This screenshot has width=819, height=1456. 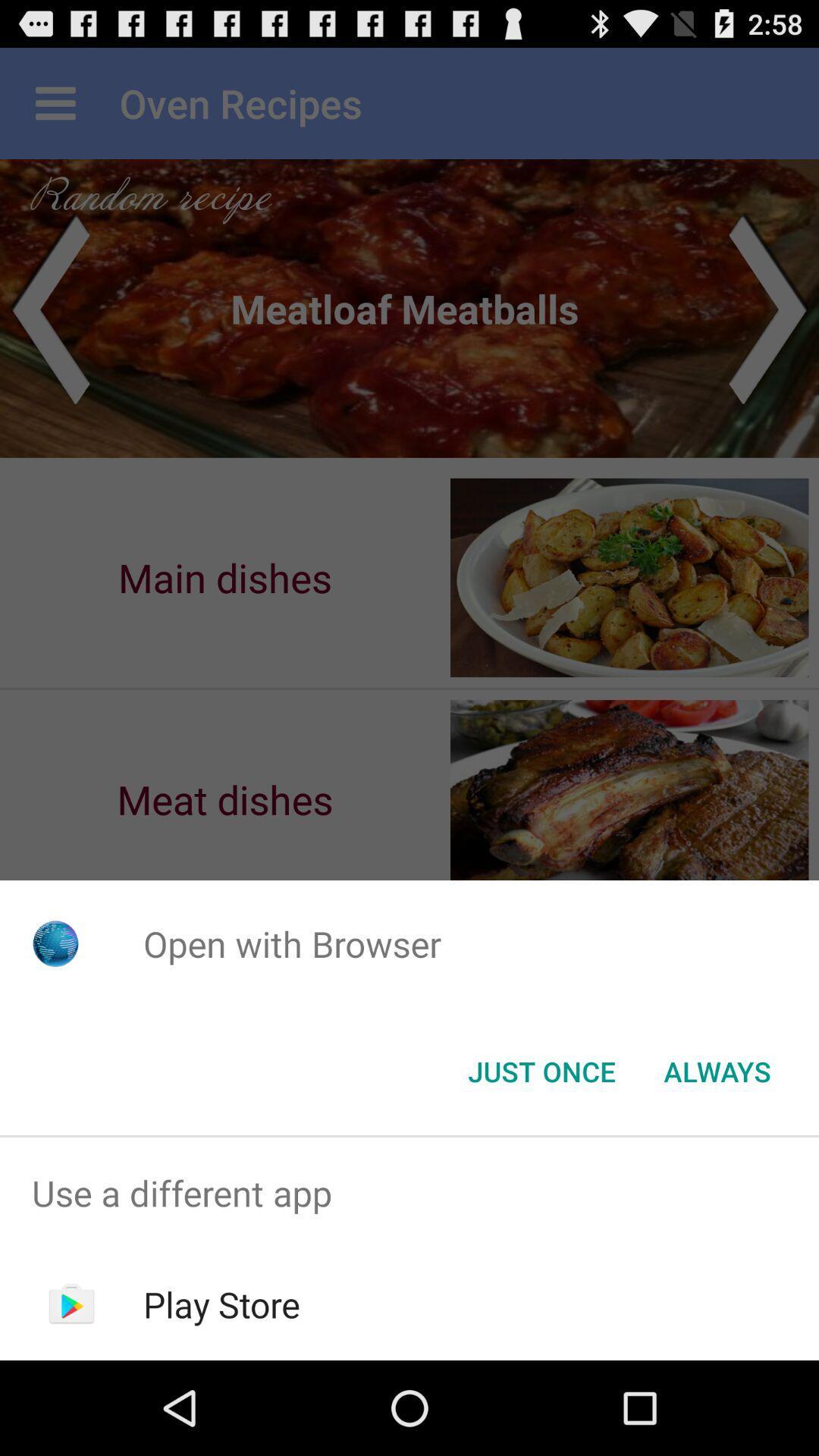 I want to click on the just once button, so click(x=541, y=1070).